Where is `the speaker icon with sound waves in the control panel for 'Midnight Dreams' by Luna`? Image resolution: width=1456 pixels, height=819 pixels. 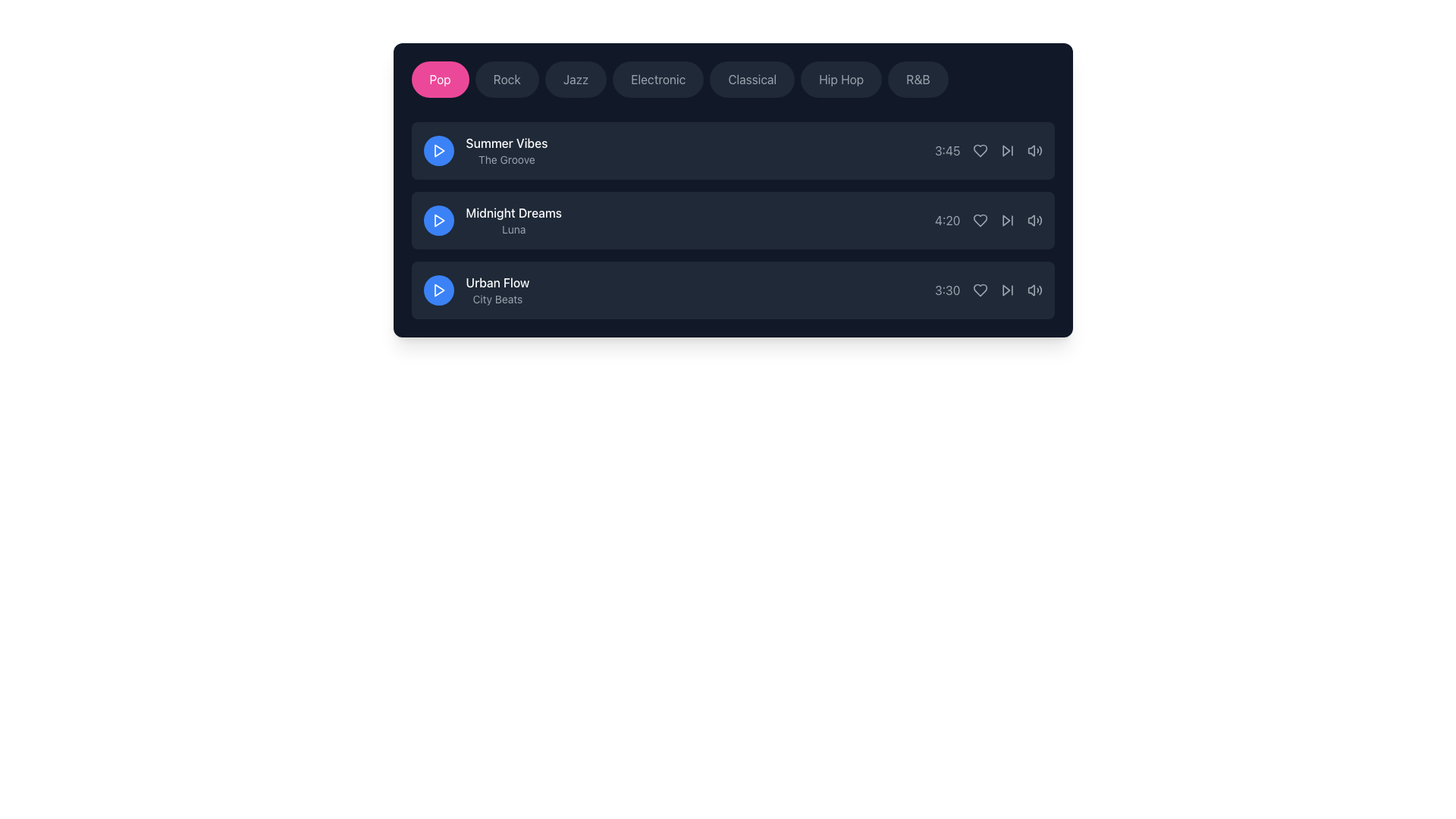
the speaker icon with sound waves in the control panel for 'Midnight Dreams' by Luna is located at coordinates (1031, 220).